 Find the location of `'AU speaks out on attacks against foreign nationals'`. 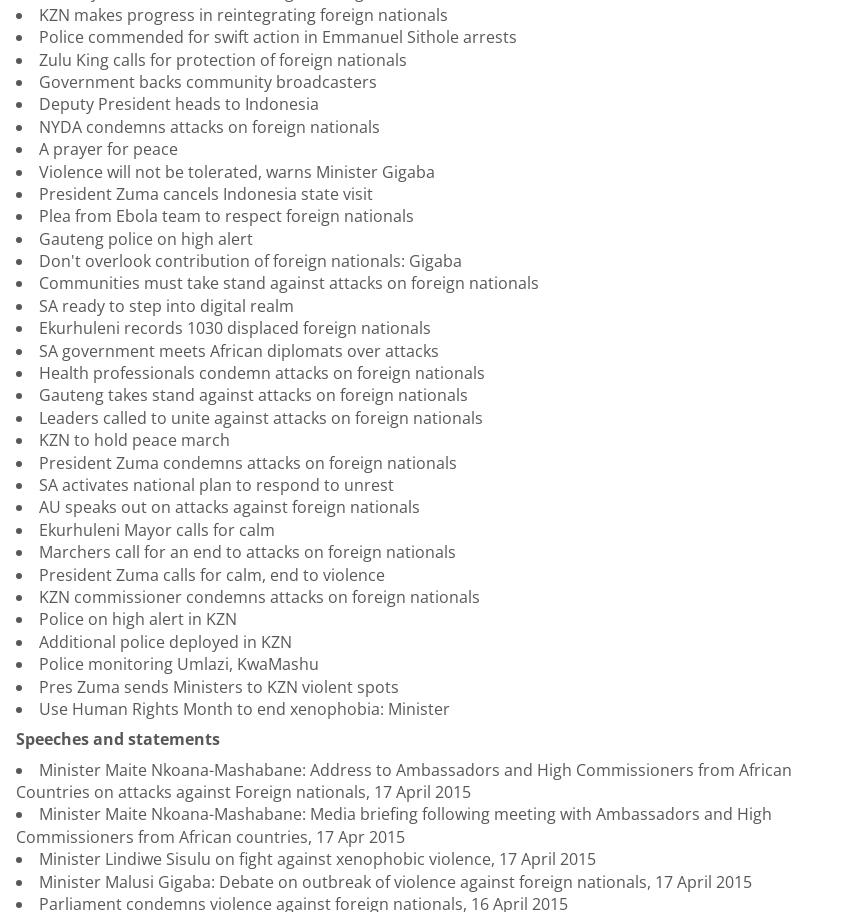

'AU speaks out on attacks against foreign nationals' is located at coordinates (229, 505).